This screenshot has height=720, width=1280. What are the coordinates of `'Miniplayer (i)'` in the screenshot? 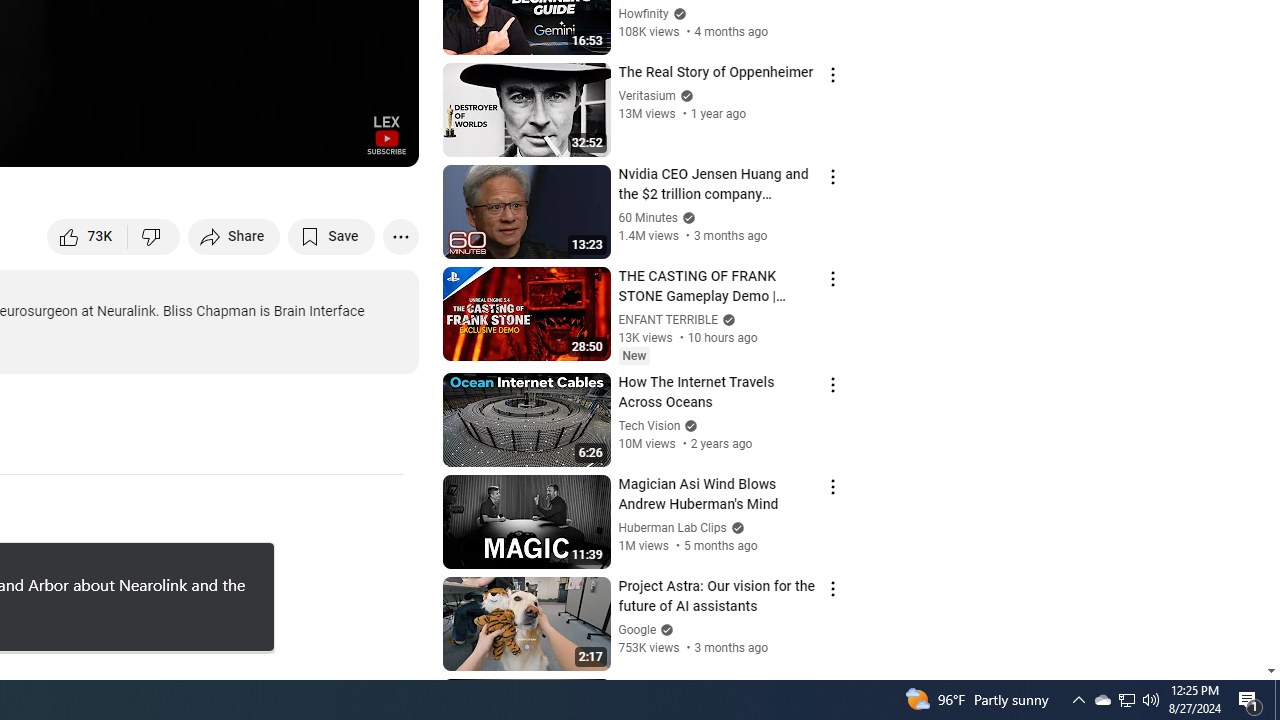 It's located at (285, 141).